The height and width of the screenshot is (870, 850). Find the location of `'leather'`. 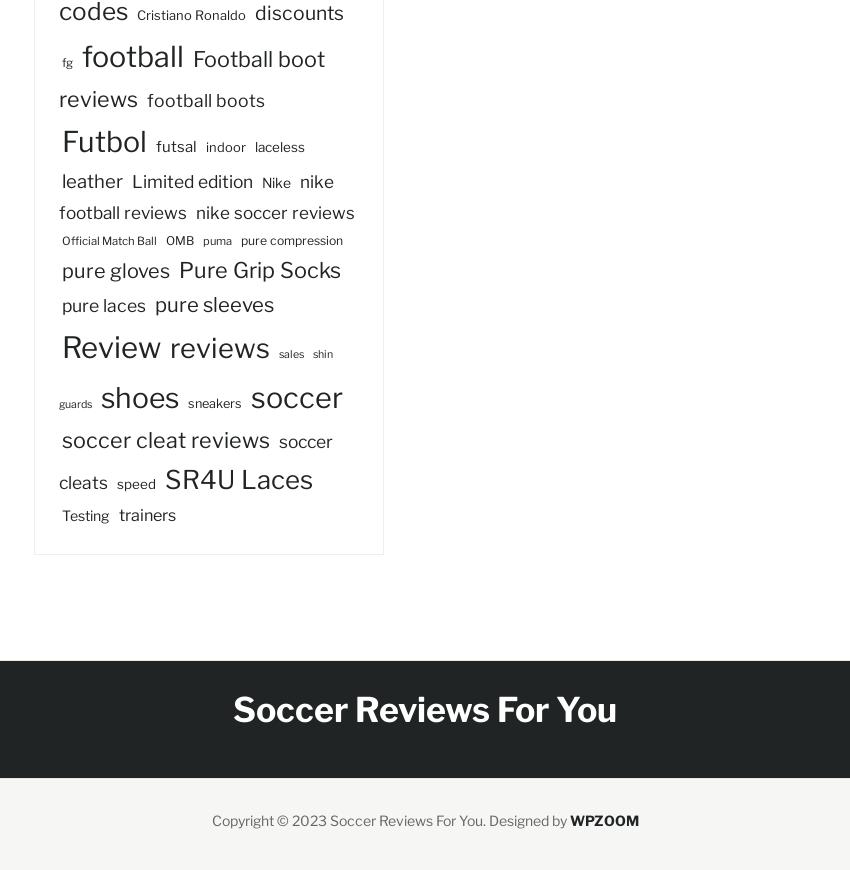

'leather' is located at coordinates (61, 180).